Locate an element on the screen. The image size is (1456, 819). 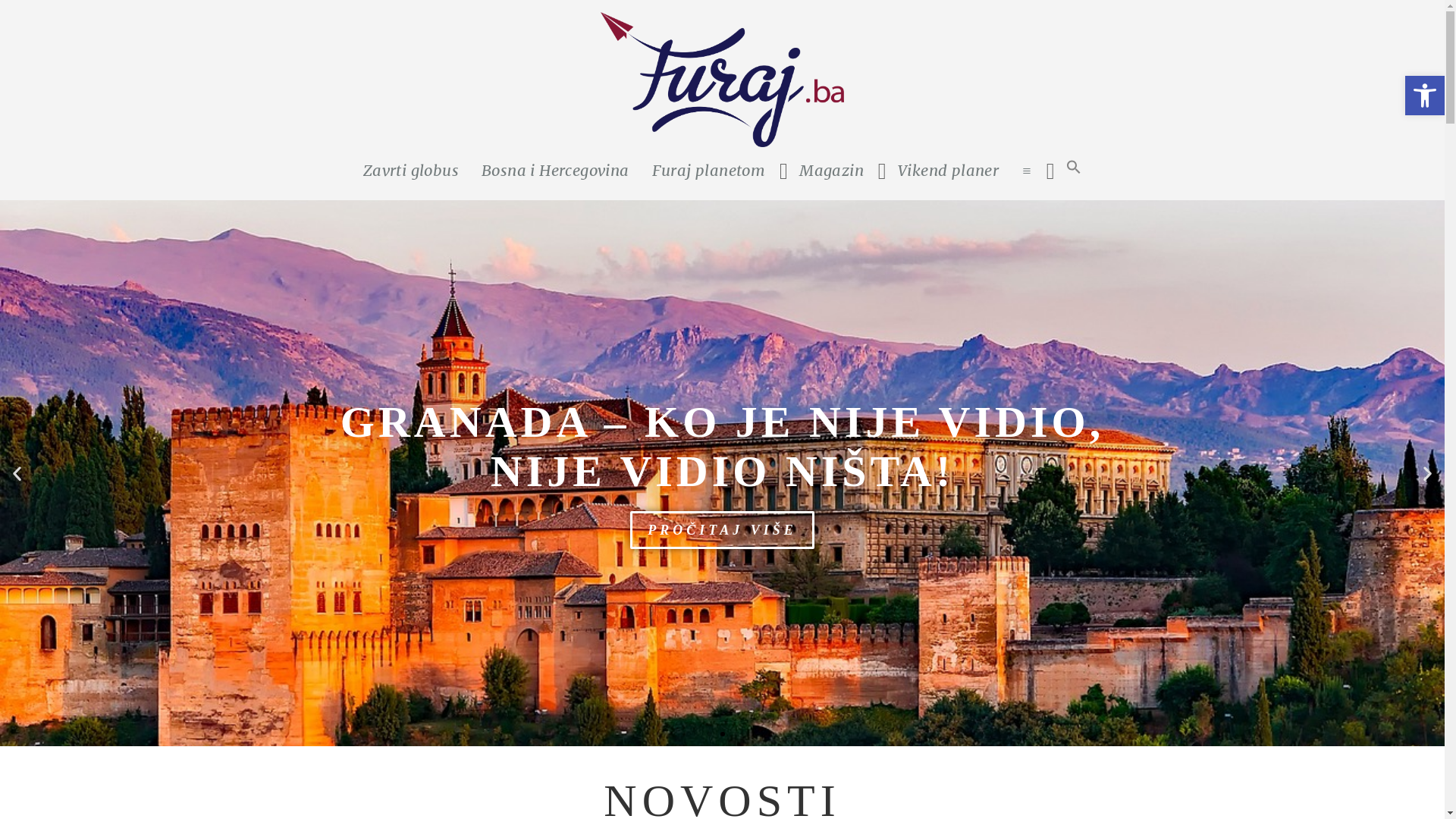
'Magazin' is located at coordinates (830, 170).